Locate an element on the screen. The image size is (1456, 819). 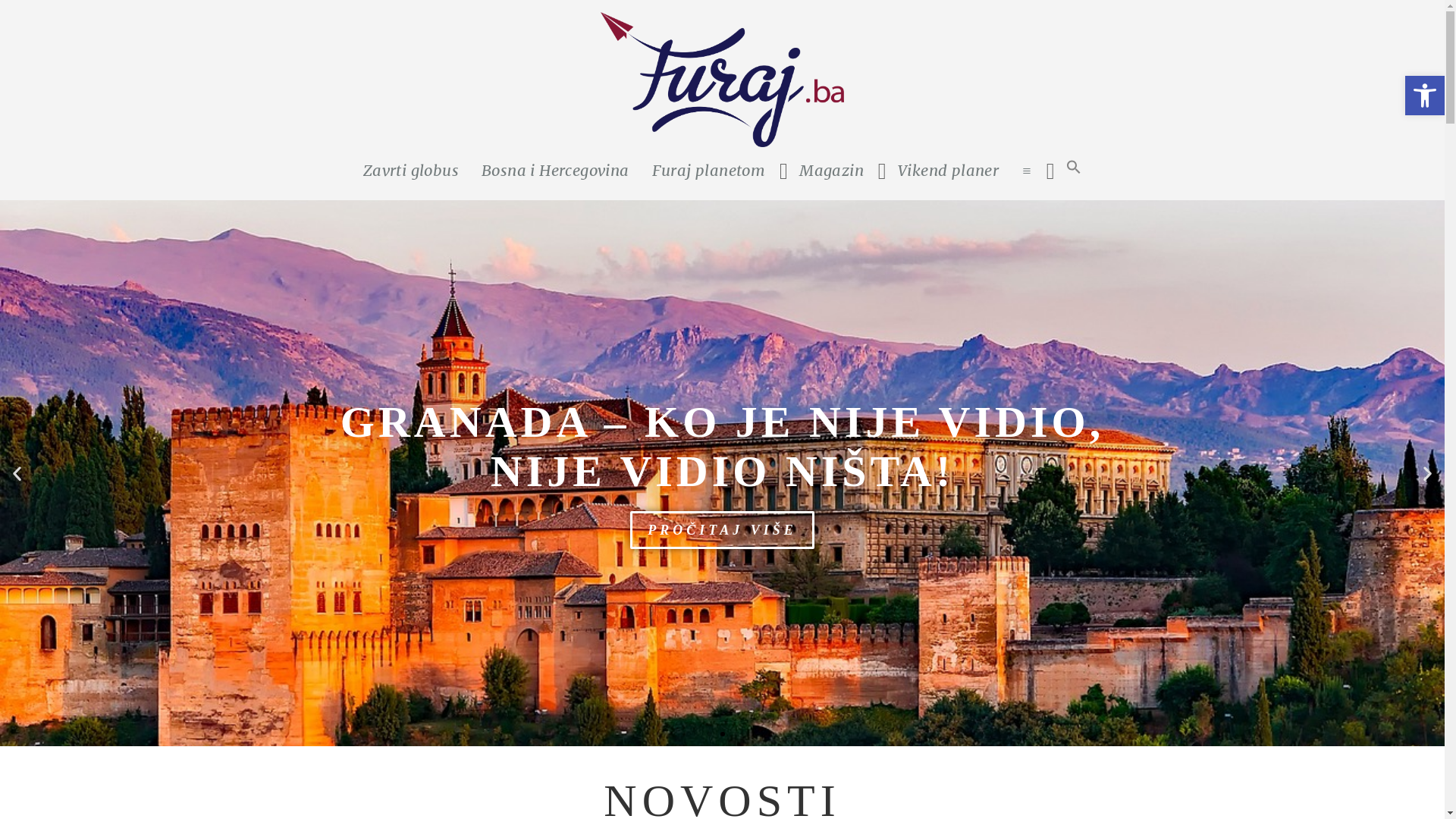
'Magazin' is located at coordinates (830, 170).